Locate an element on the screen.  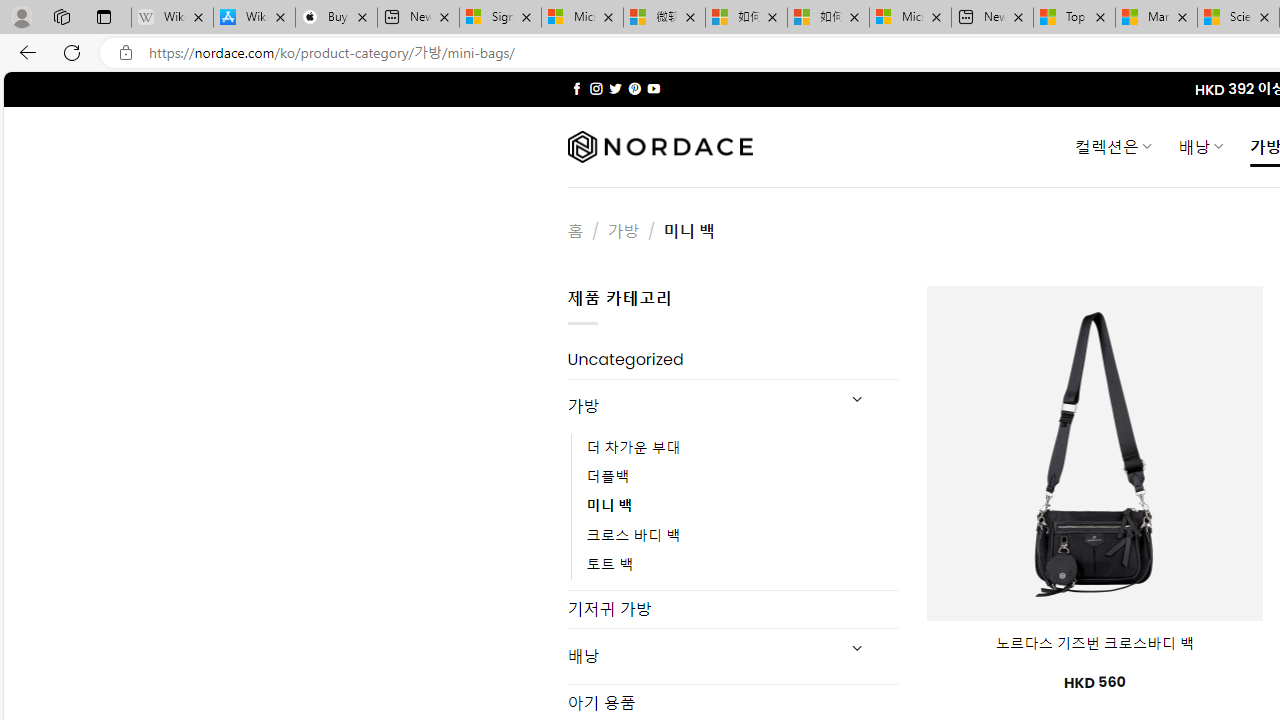
'Top Stories - MSN' is located at coordinates (1073, 17).